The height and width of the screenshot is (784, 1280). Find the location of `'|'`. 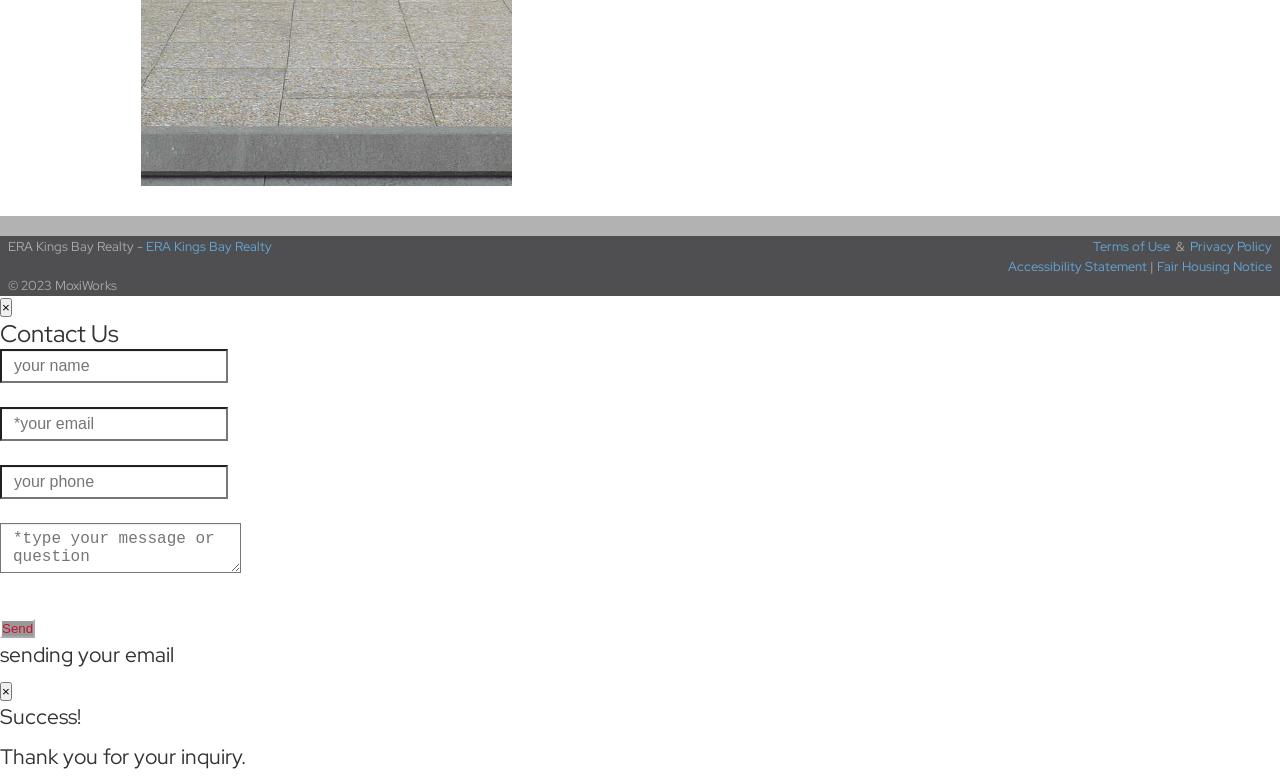

'|' is located at coordinates (1150, 265).